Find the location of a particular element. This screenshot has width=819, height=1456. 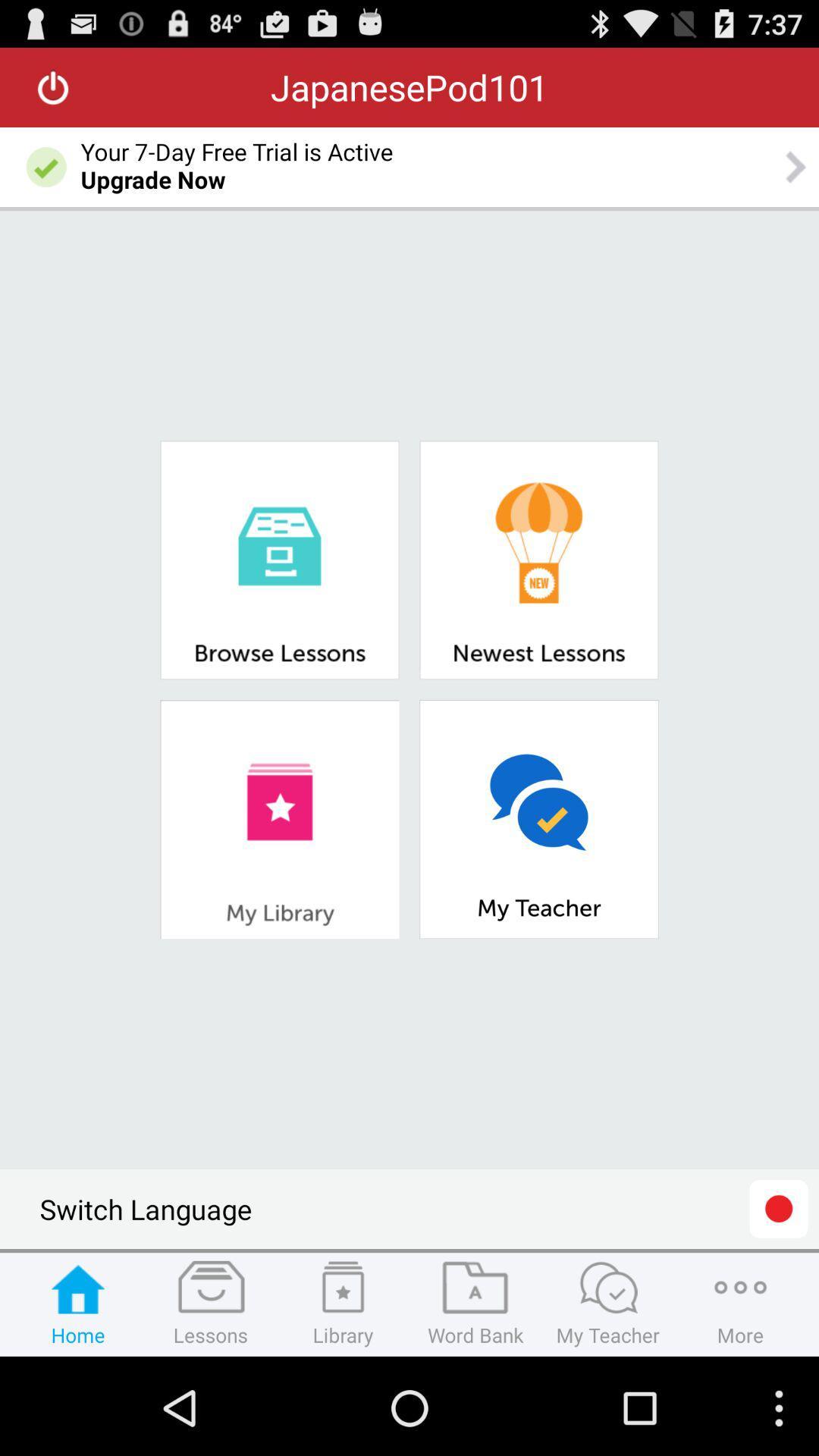

the icon to the left of the japanesepod101 is located at coordinates (52, 86).